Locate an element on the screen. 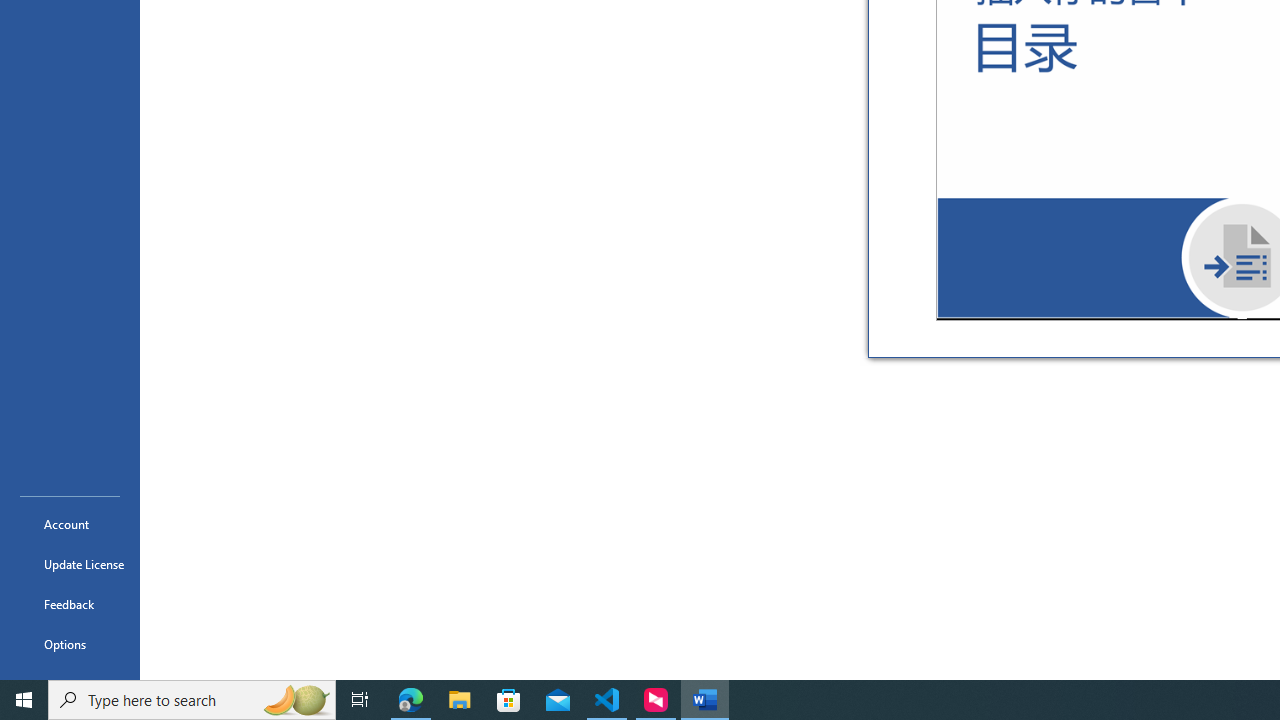  'Feedback' is located at coordinates (69, 603).